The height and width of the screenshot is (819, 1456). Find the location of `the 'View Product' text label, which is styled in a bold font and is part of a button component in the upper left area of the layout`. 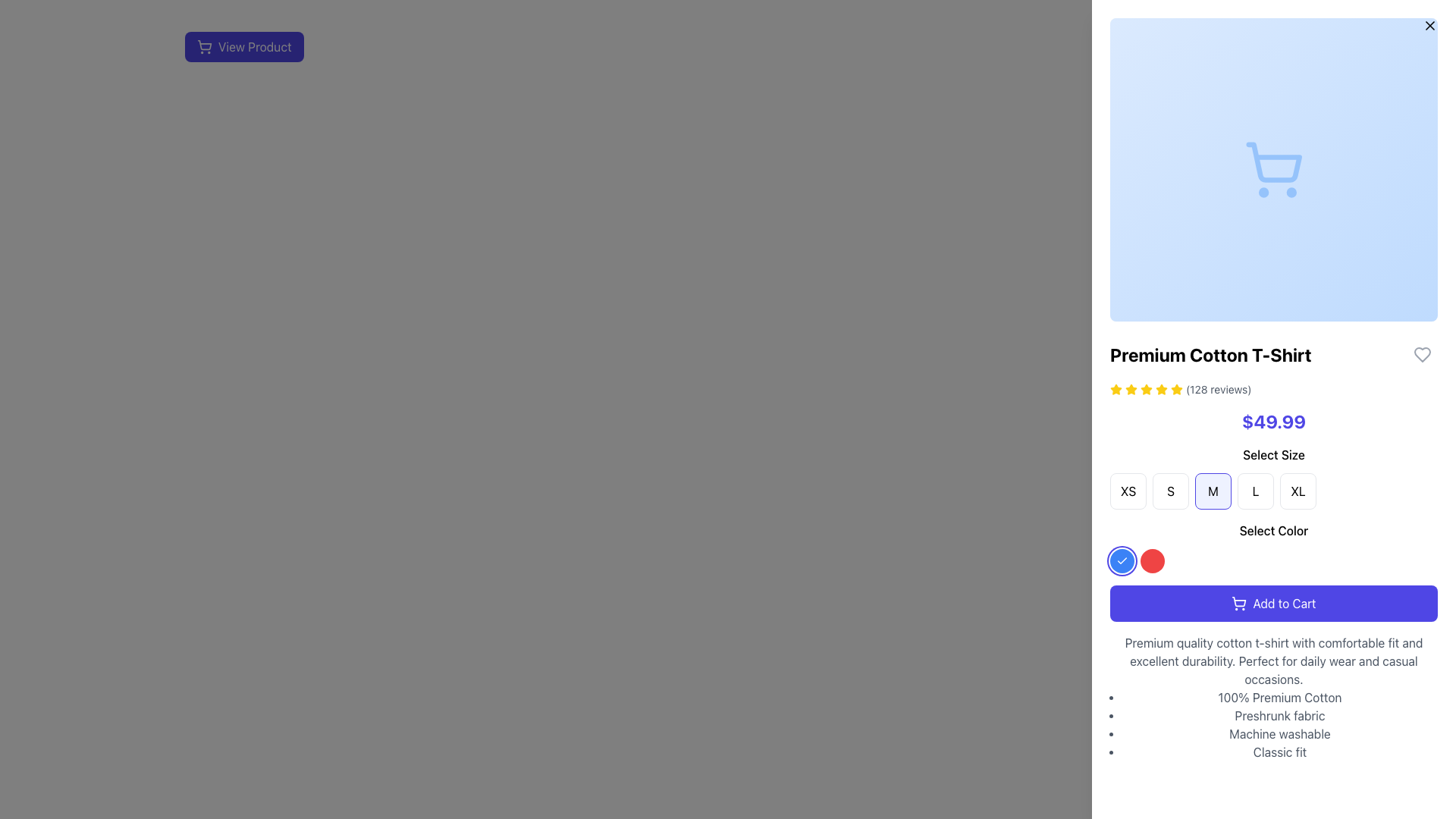

the 'View Product' text label, which is styled in a bold font and is part of a button component in the upper left area of the layout is located at coordinates (255, 45).